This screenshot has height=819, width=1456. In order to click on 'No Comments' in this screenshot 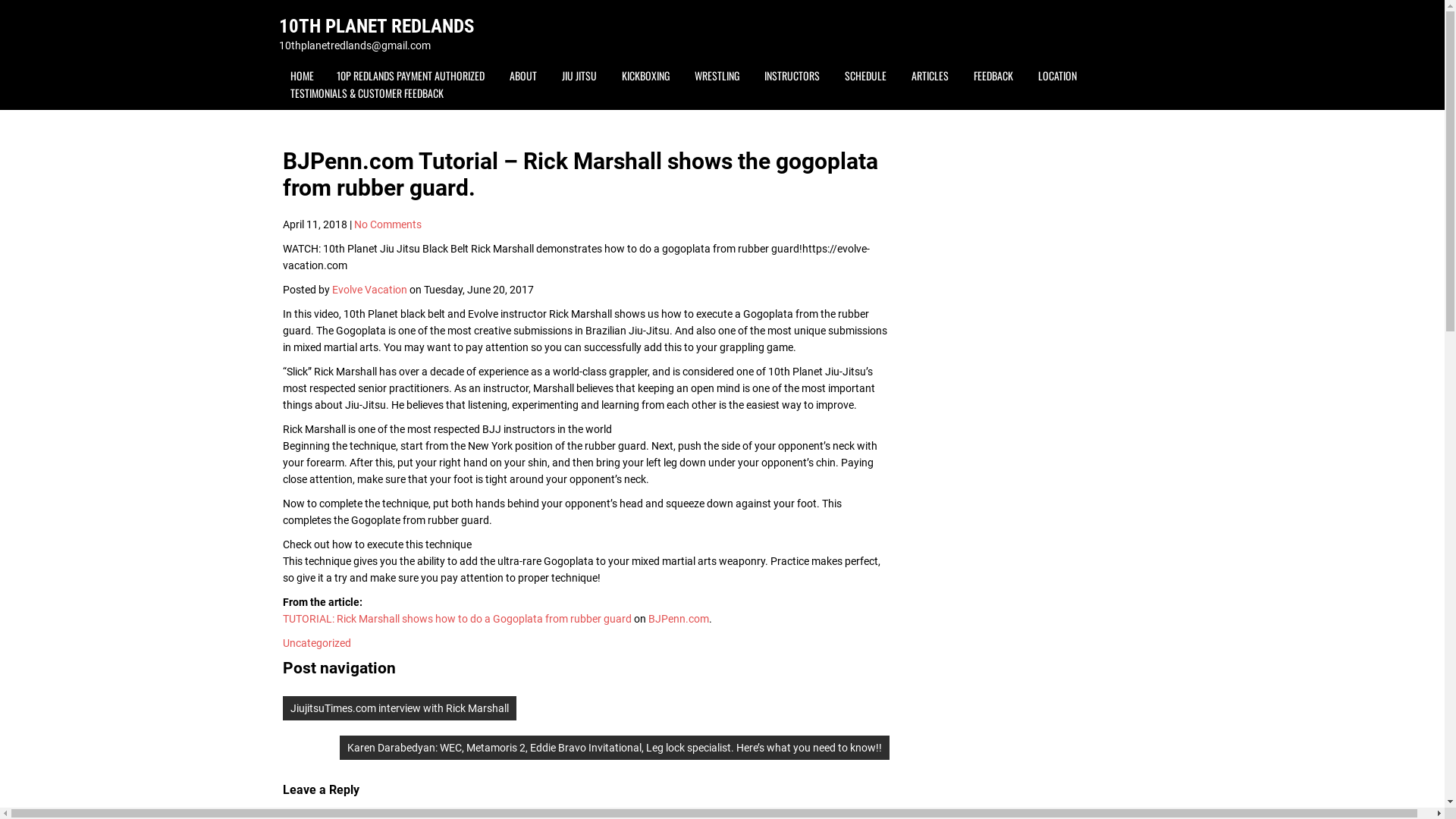, I will do `click(387, 224)`.